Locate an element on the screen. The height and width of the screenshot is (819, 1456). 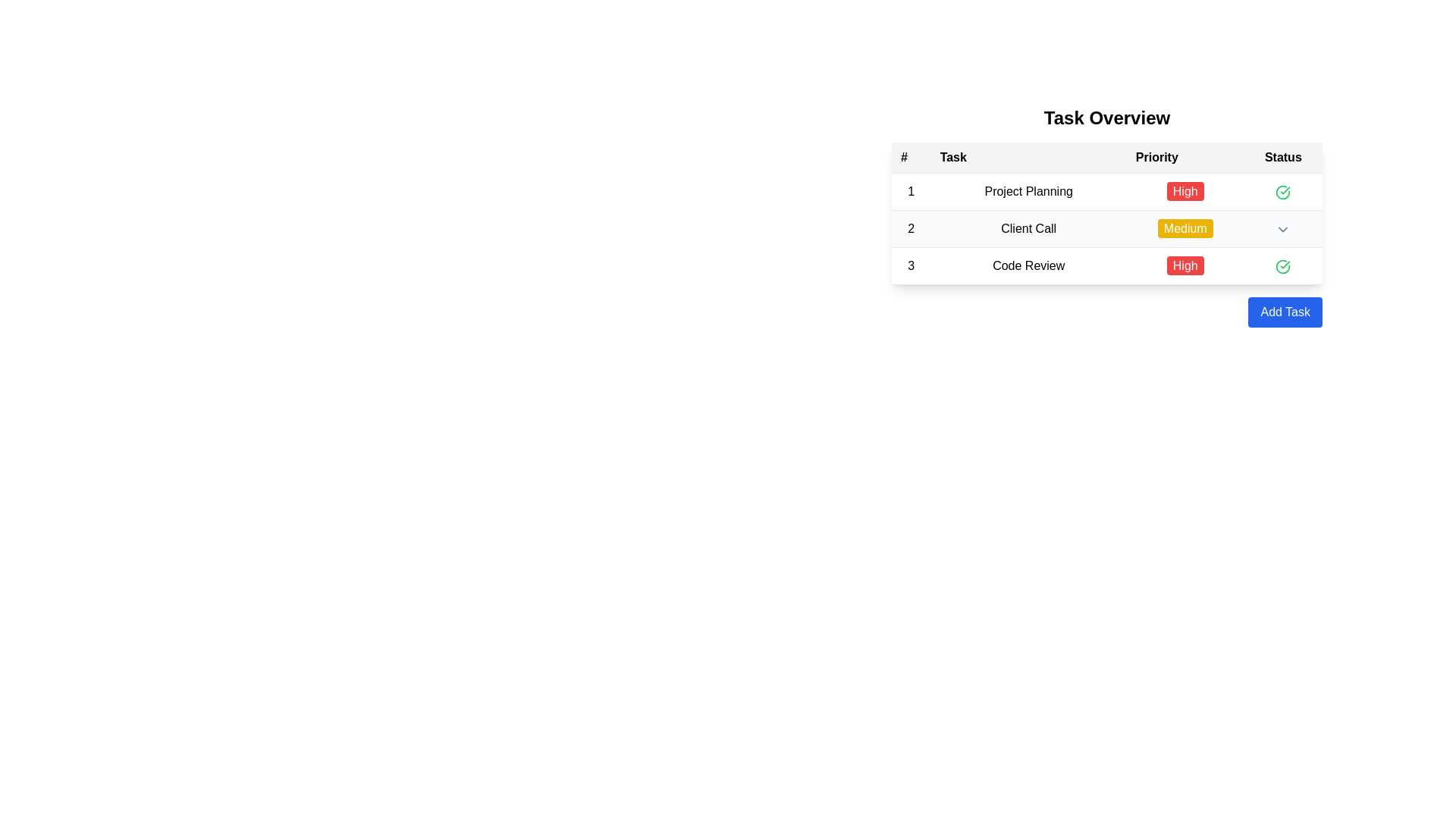
the green checkmark status icon in the 'Status' column of the first row, which indicates the completion of the 'Project Planning' task is located at coordinates (1282, 191).